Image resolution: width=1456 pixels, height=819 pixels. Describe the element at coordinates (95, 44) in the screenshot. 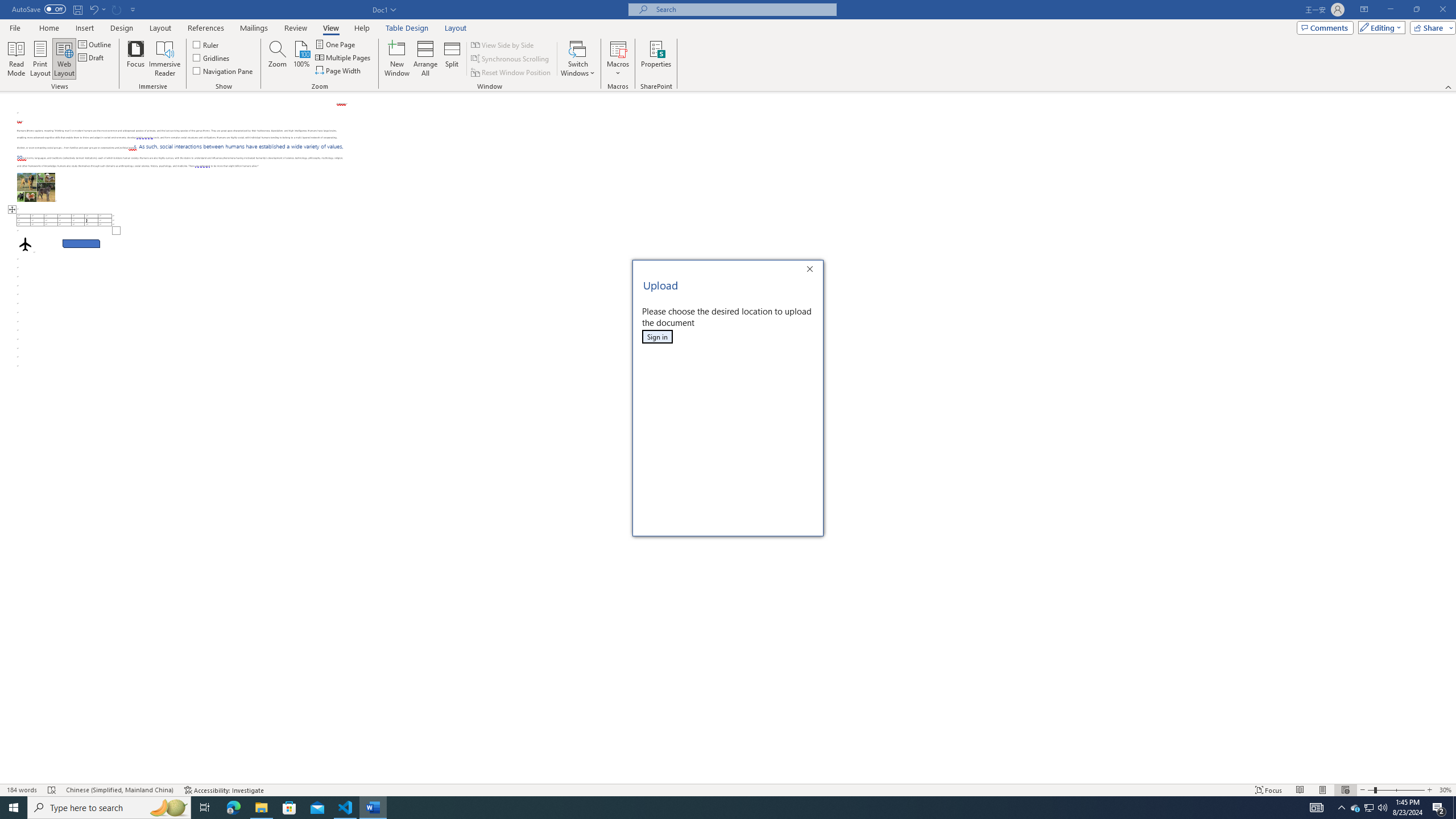

I see `'Outline'` at that location.